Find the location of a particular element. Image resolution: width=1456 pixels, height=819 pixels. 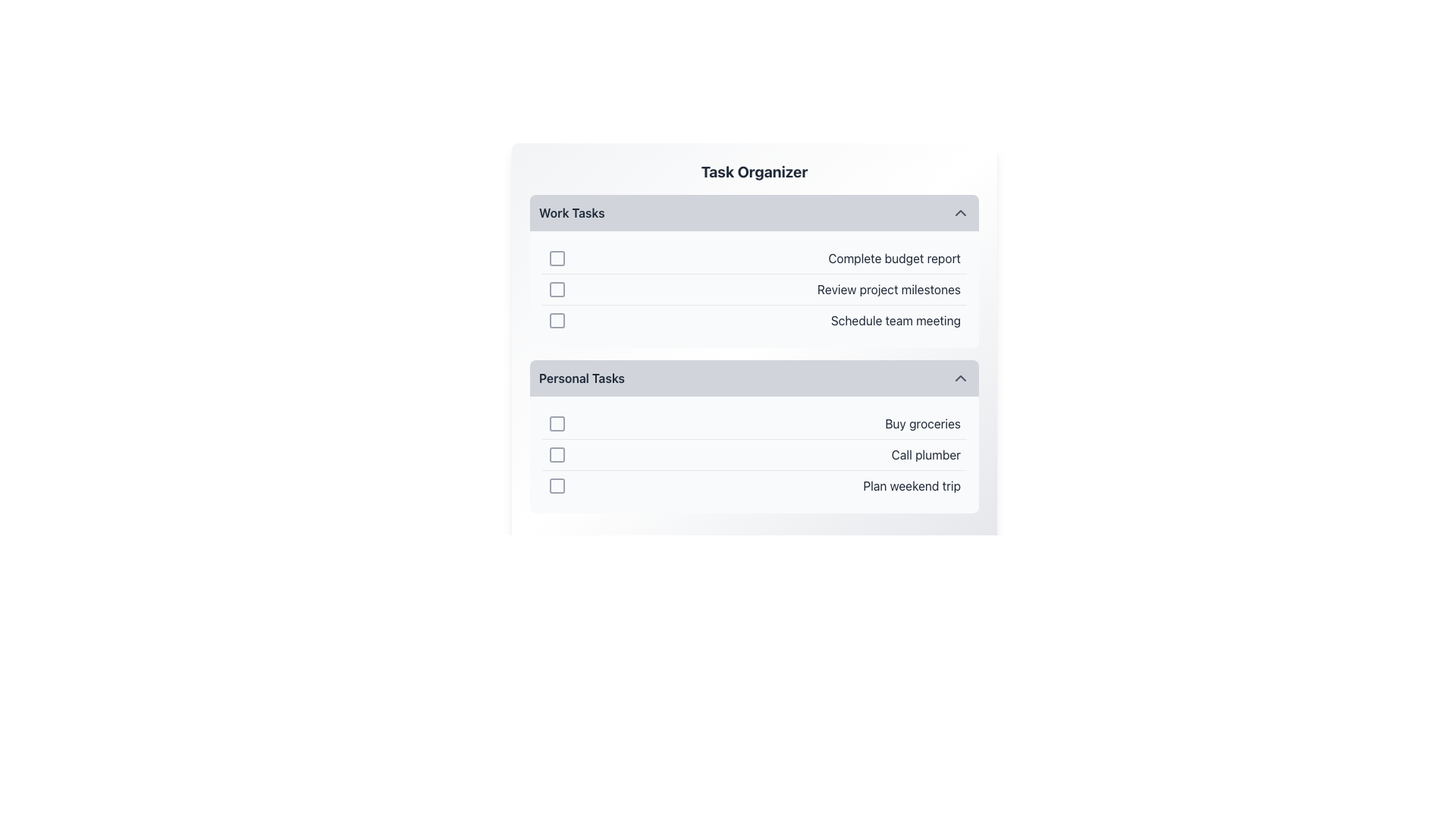

the Chevron icon in the header of the 'Personal Tasks' section is located at coordinates (960, 377).